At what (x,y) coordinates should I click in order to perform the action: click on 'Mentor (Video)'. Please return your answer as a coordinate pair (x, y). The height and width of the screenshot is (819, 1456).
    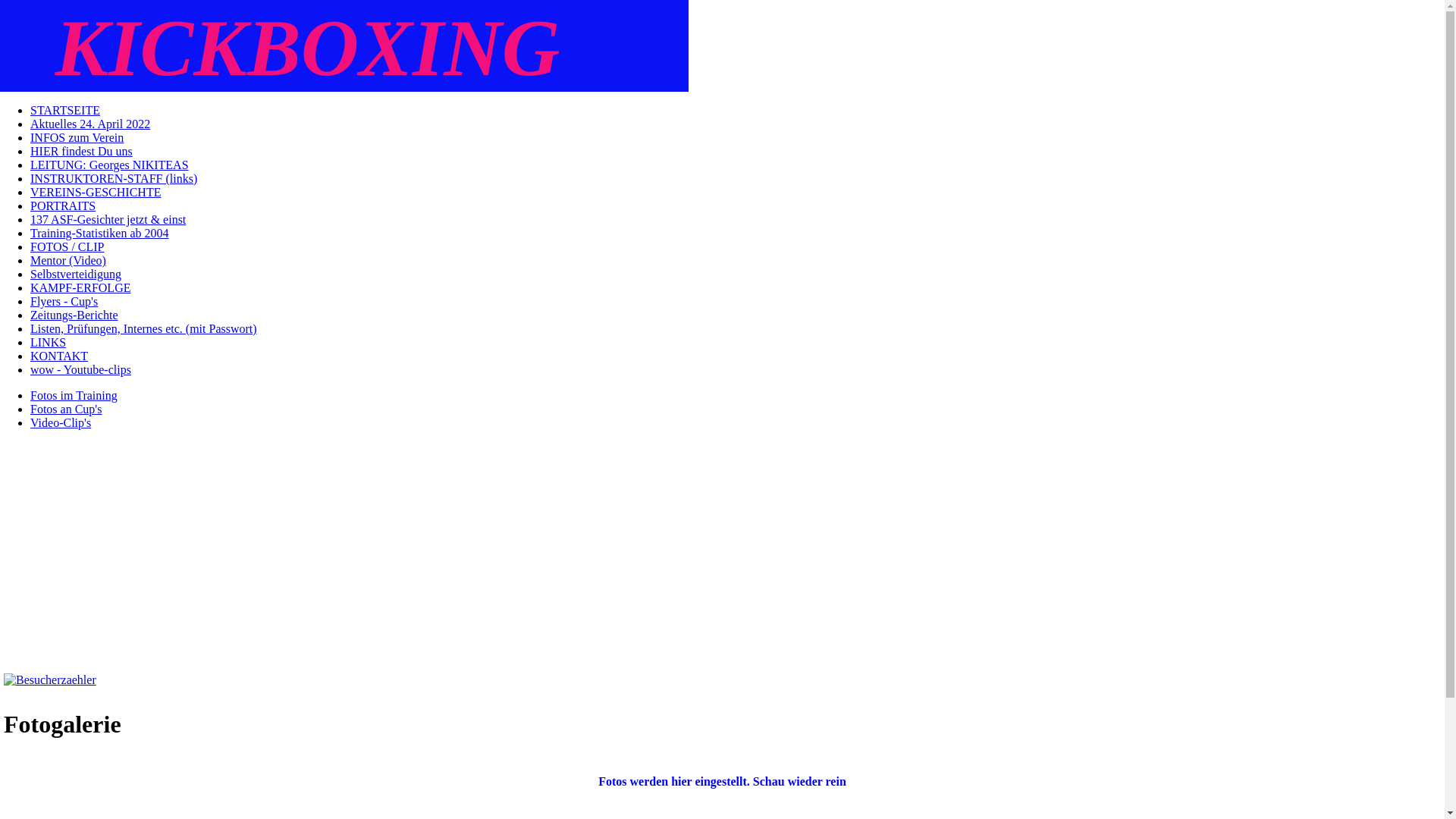
    Looking at the image, I should click on (67, 259).